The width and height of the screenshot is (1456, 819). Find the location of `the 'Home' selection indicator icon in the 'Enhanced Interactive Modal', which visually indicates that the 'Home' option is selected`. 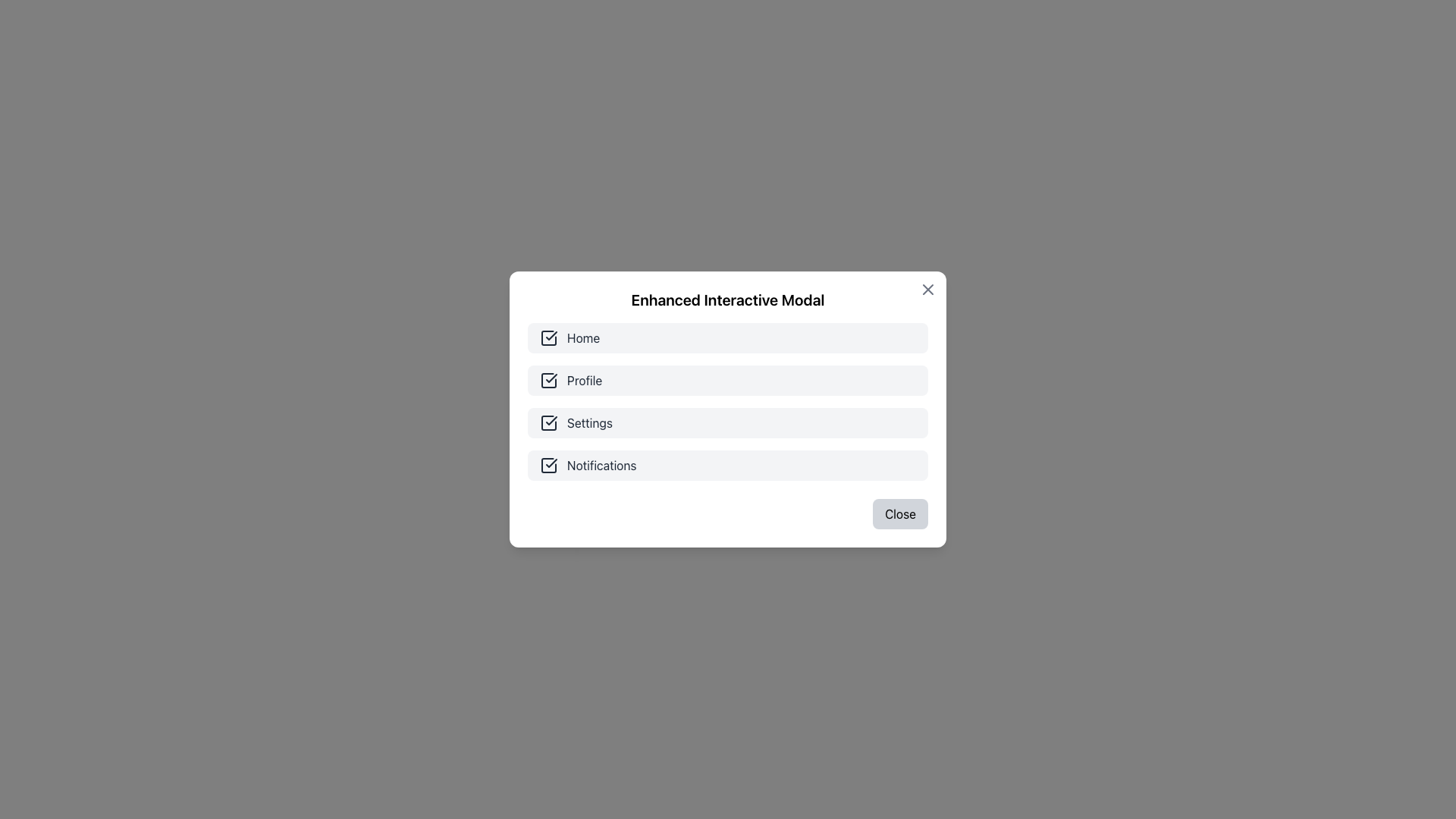

the 'Home' selection indicator icon in the 'Enhanced Interactive Modal', which visually indicates that the 'Home' option is selected is located at coordinates (548, 337).